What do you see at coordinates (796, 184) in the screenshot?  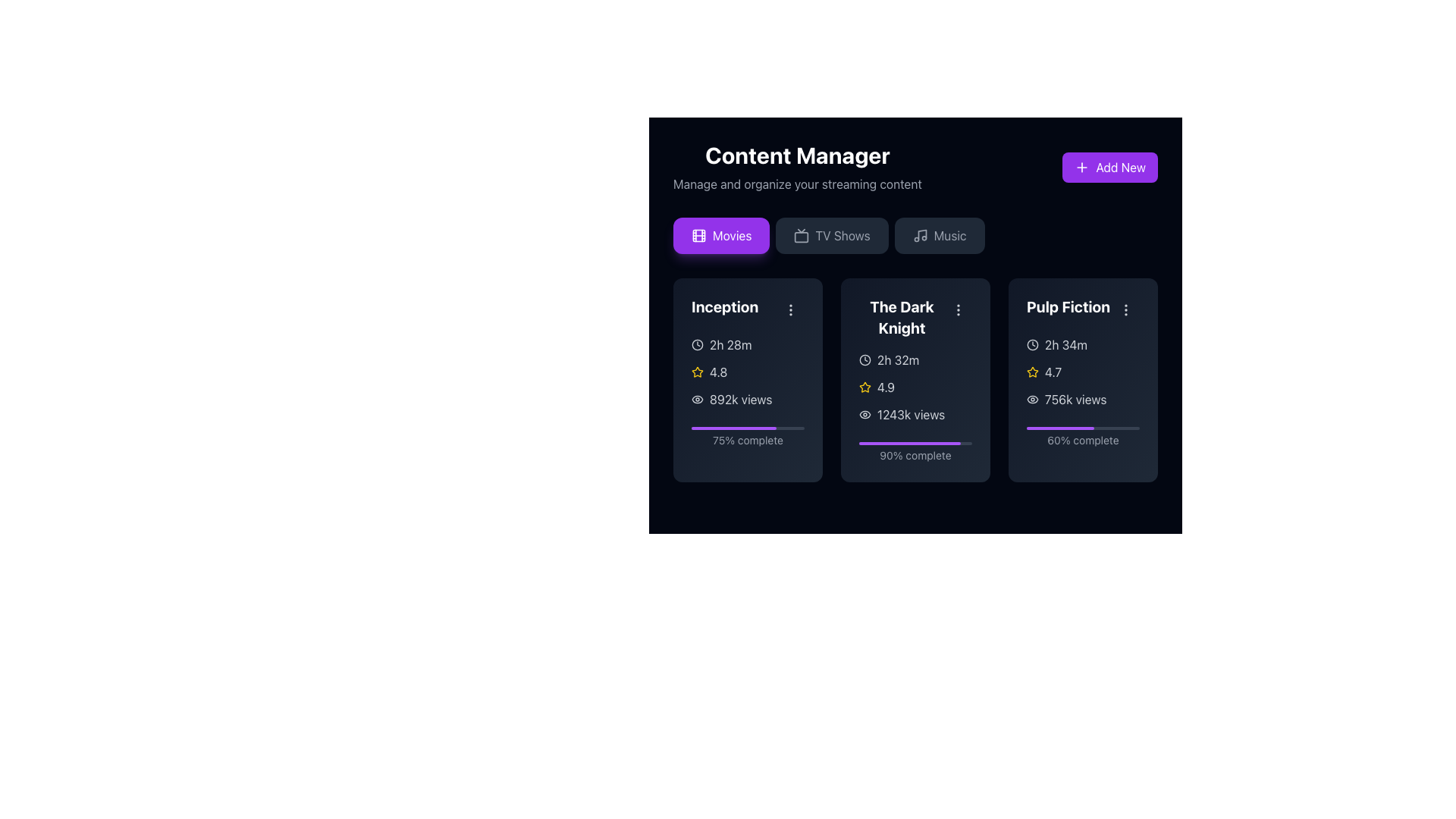 I see `the static text element that reads 'Manage and organize your streaming content', which is styled in gray and serves as a subtitle below the 'Content Manager' heading` at bounding box center [796, 184].